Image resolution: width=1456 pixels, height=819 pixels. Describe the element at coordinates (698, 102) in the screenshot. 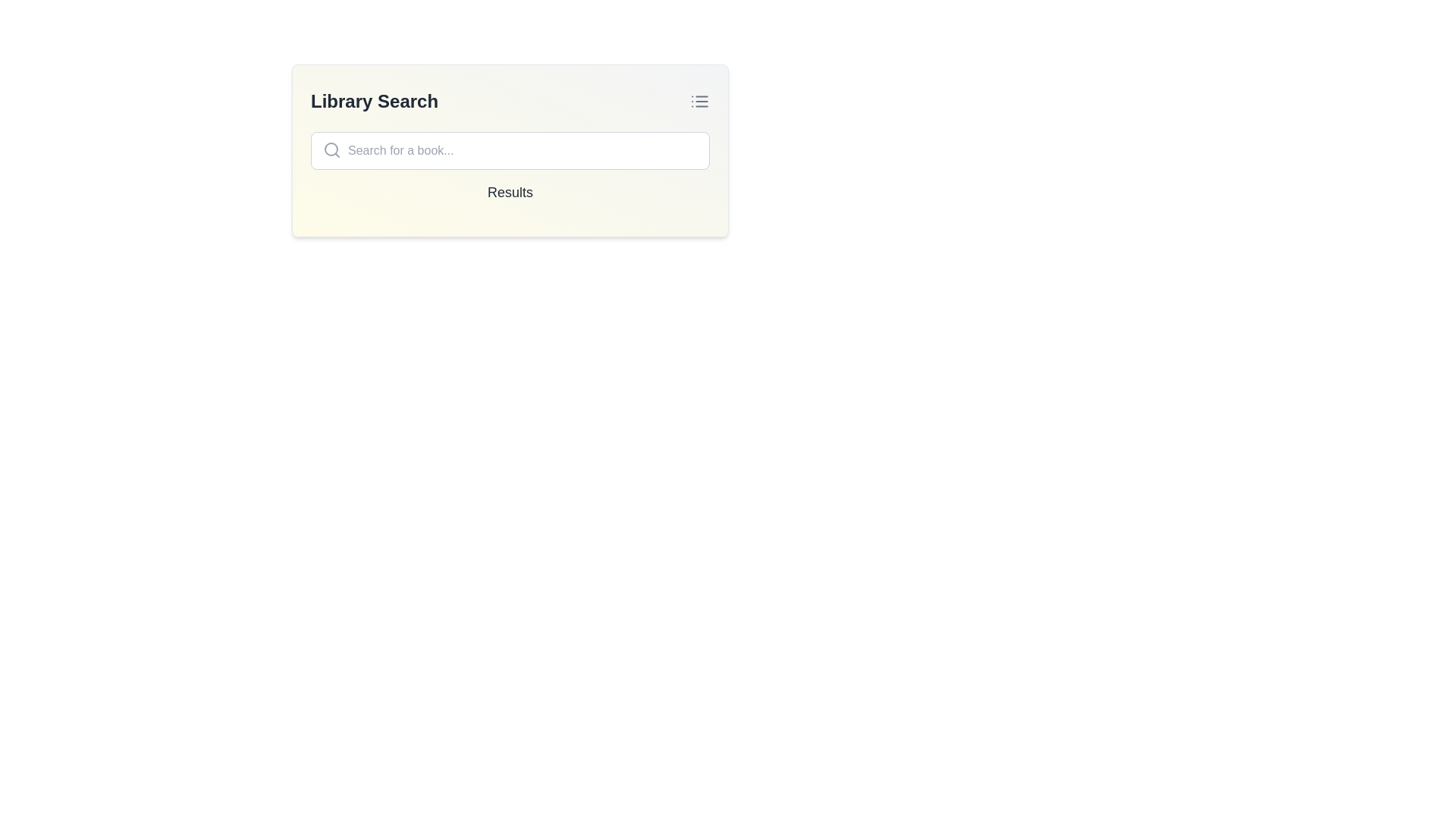

I see `the compact icon with three horizontal lines representing a list, located at the top-right corner of the 'Library Search' panel` at that location.